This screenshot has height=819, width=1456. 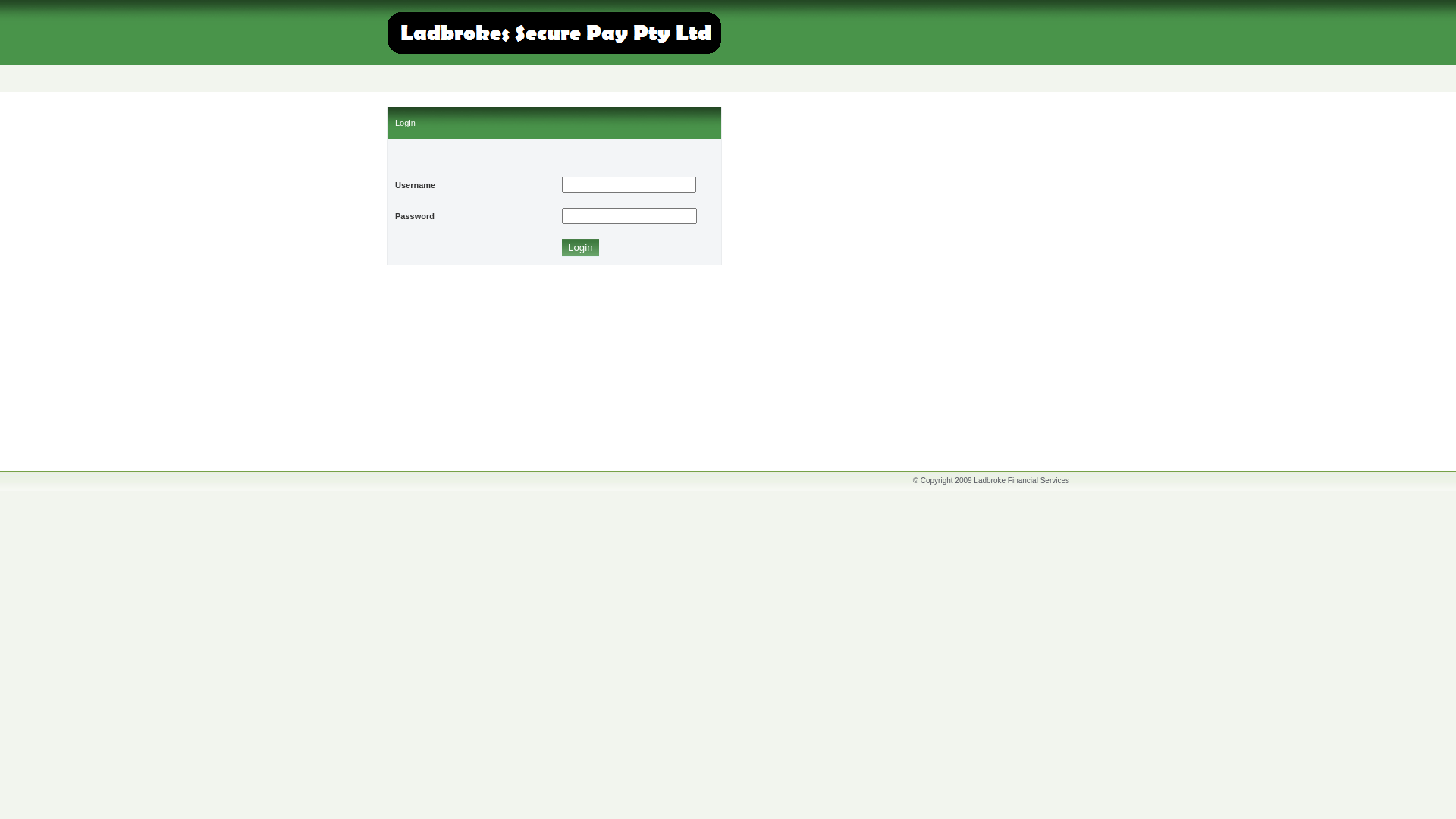 I want to click on 'Login', so click(x=579, y=247).